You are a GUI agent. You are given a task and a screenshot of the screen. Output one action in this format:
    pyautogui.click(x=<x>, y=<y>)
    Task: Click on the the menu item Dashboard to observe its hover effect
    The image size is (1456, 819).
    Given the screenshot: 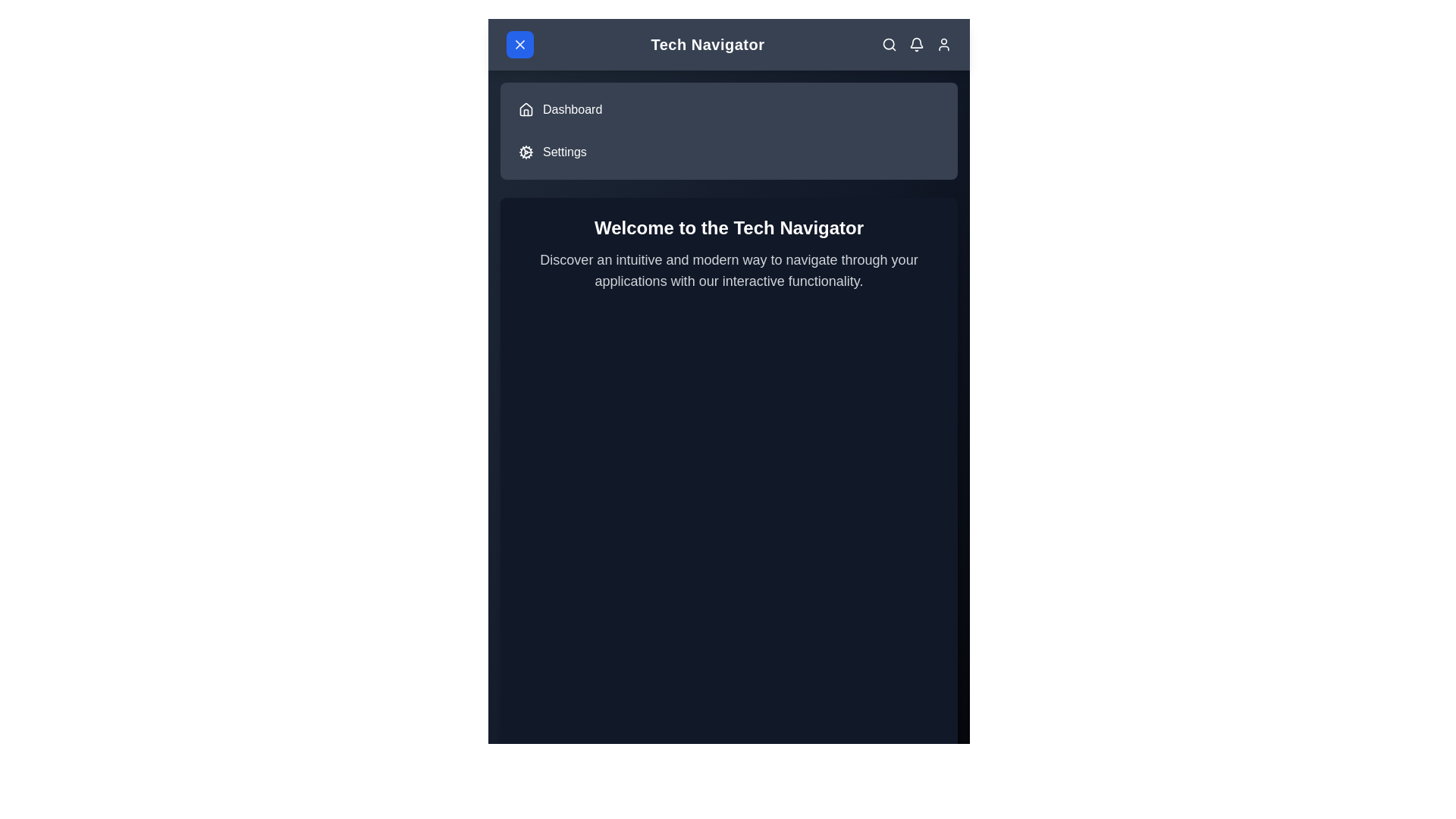 What is the action you would take?
    pyautogui.click(x=729, y=109)
    